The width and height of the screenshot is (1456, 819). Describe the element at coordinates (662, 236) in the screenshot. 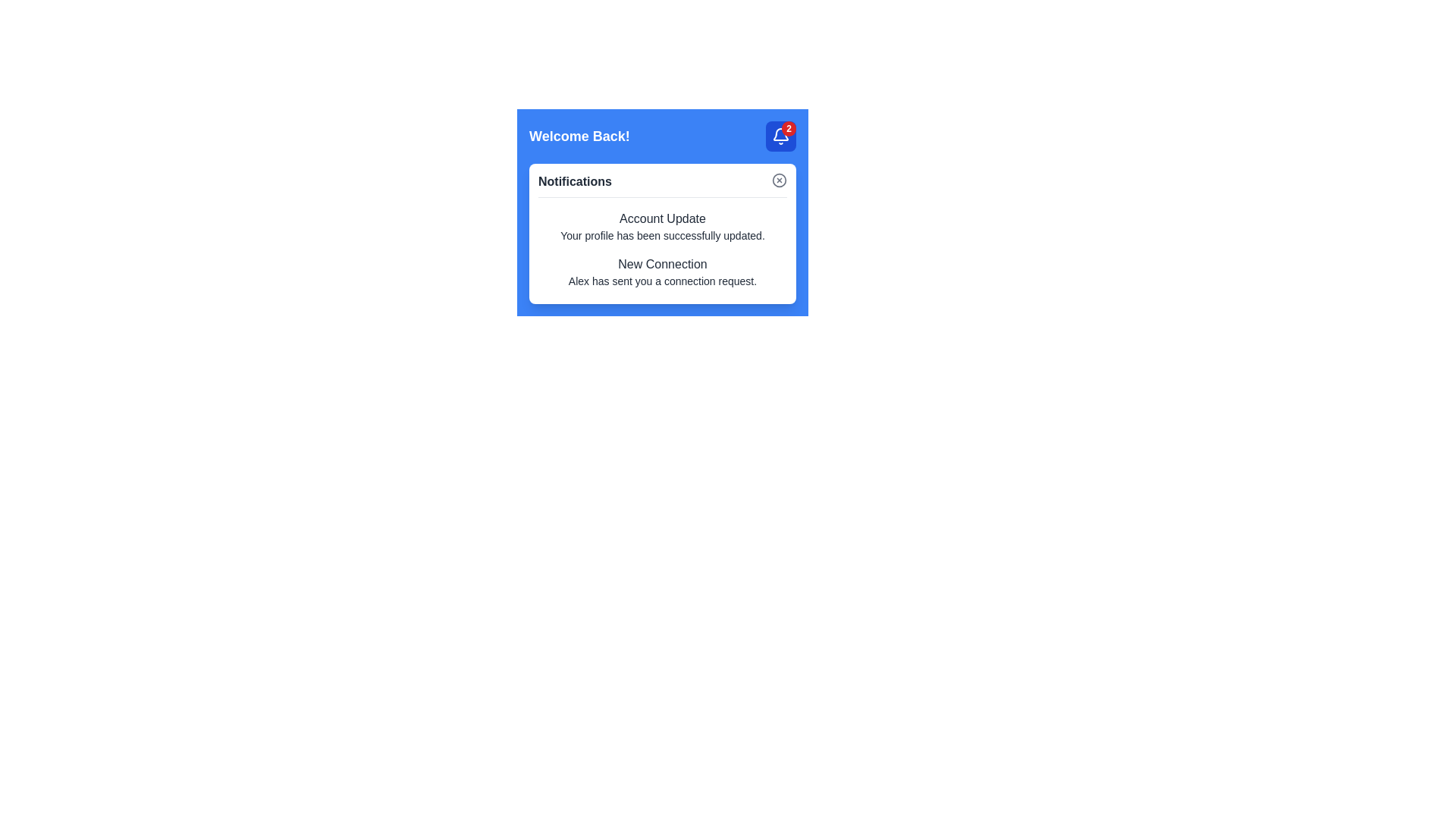

I see `the text label displaying 'Your profile has been successfully updated.' located in the notification panel below the title 'Account Update'` at that location.